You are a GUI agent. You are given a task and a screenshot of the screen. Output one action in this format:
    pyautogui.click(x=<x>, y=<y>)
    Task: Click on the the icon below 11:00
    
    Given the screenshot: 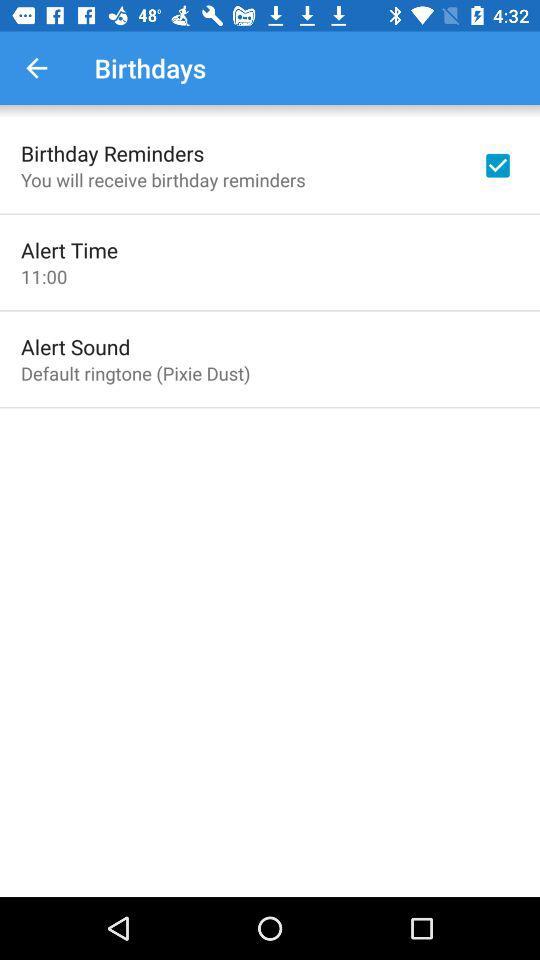 What is the action you would take?
    pyautogui.click(x=74, y=346)
    